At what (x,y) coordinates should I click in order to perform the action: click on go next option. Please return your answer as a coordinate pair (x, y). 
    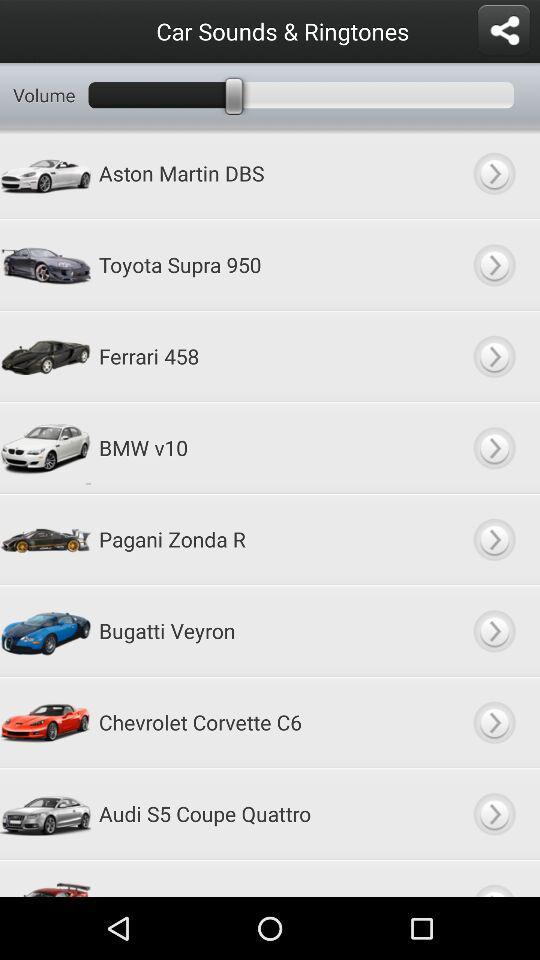
    Looking at the image, I should click on (493, 356).